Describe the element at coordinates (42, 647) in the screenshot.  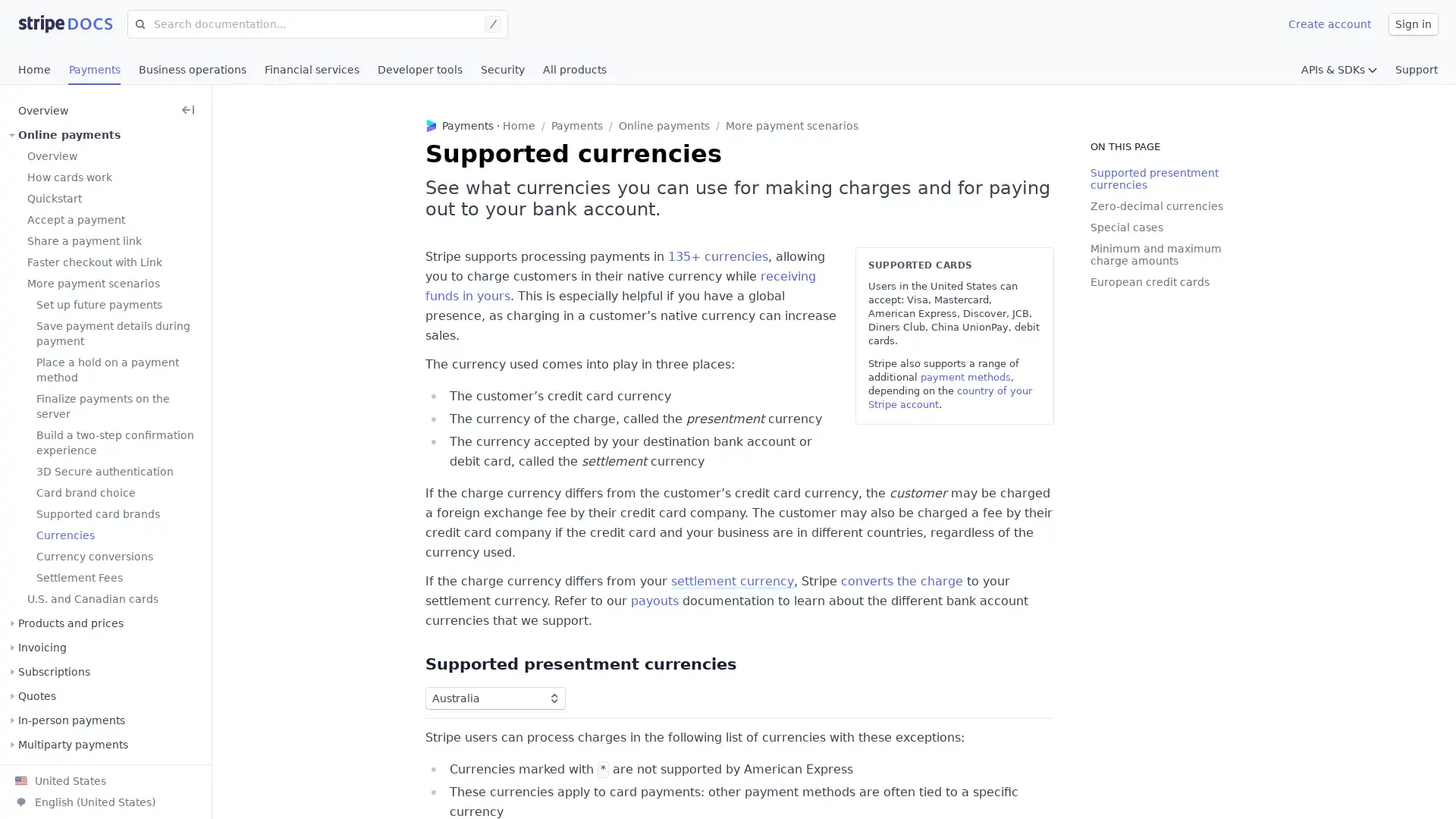
I see `Invoicing` at that location.